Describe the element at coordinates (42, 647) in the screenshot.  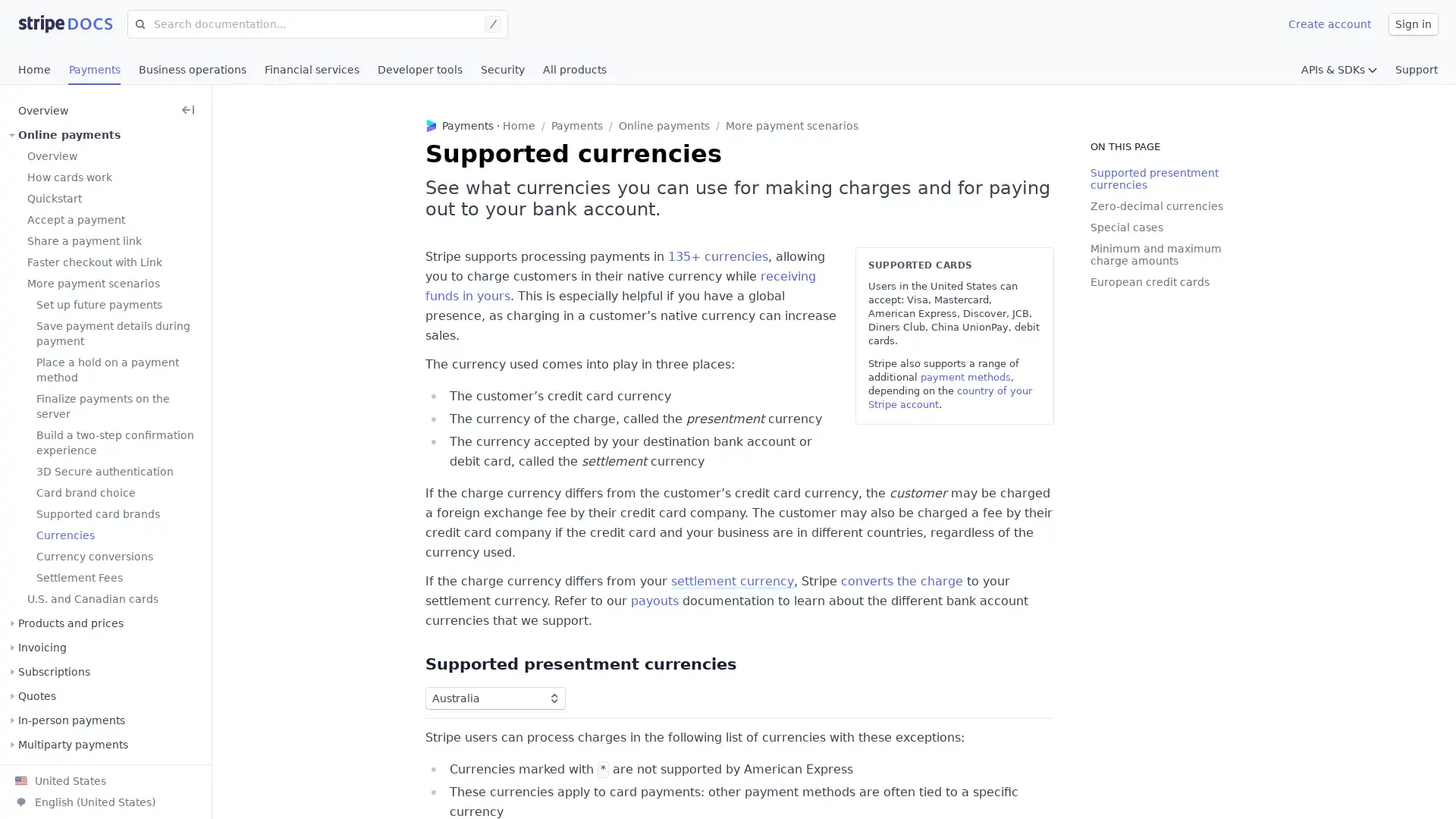
I see `Invoicing` at that location.